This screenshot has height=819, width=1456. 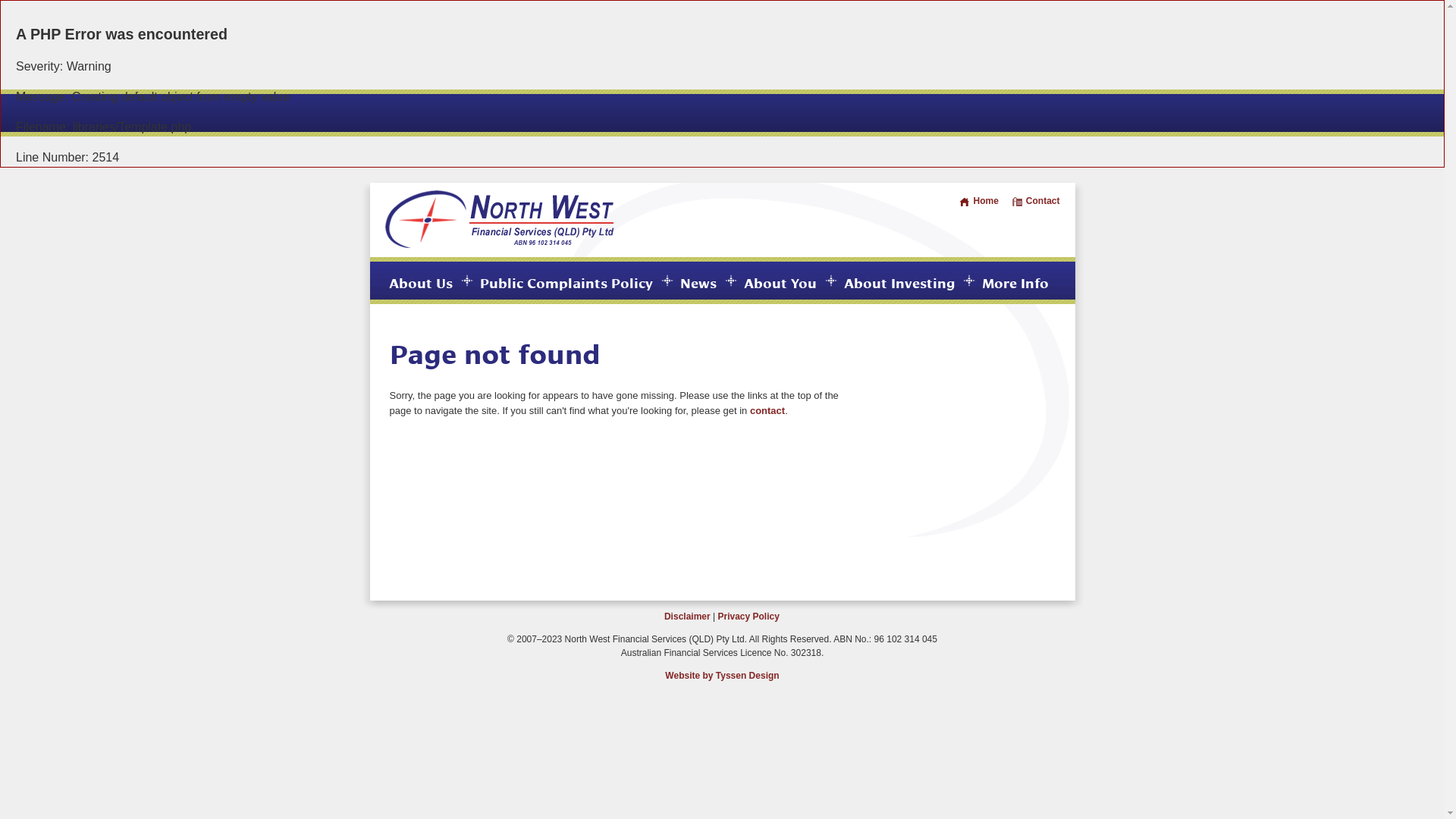 What do you see at coordinates (720, 675) in the screenshot?
I see `'Website by Tyssen Design'` at bounding box center [720, 675].